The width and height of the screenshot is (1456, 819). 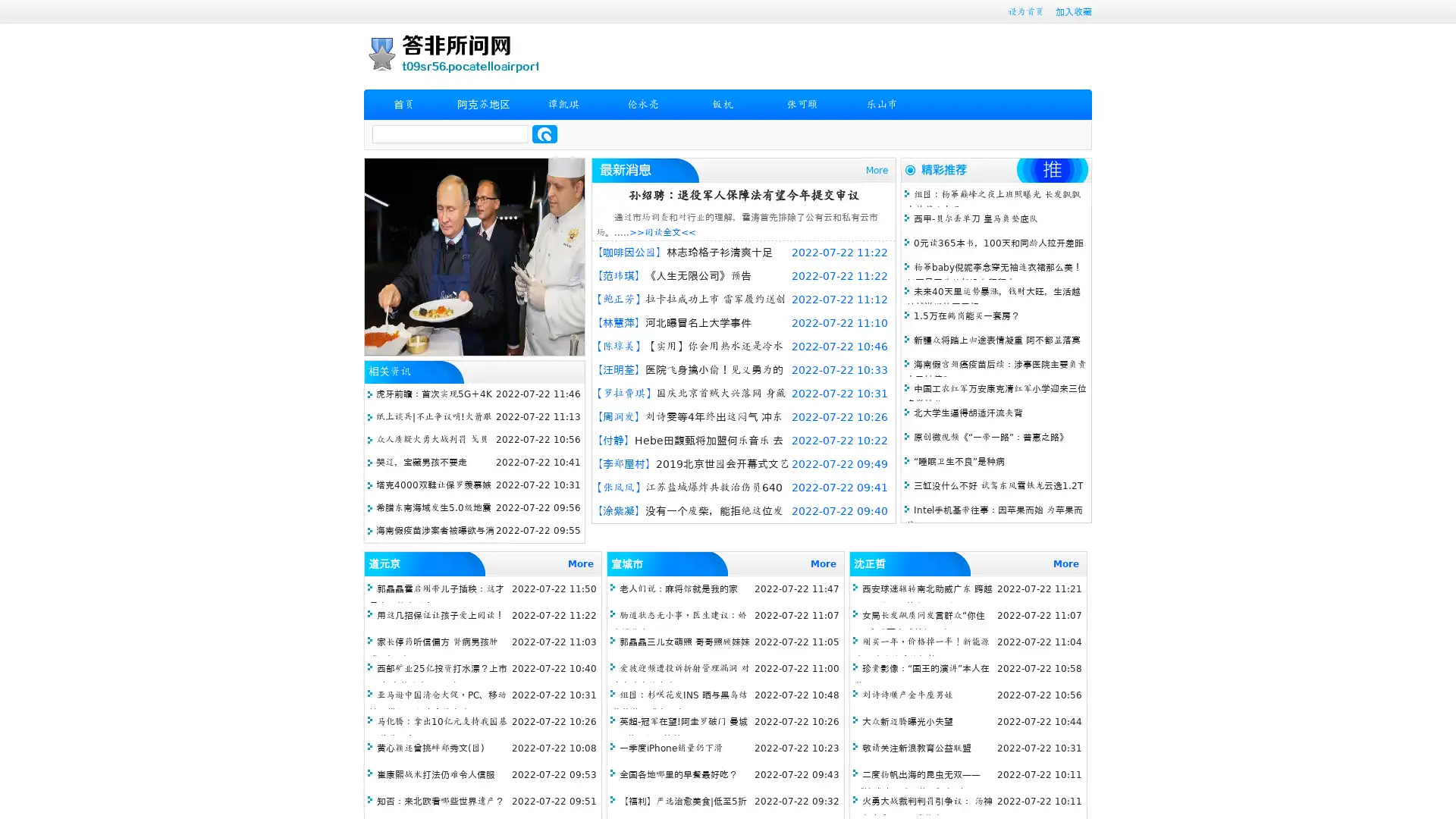 What do you see at coordinates (544, 133) in the screenshot?
I see `Search` at bounding box center [544, 133].